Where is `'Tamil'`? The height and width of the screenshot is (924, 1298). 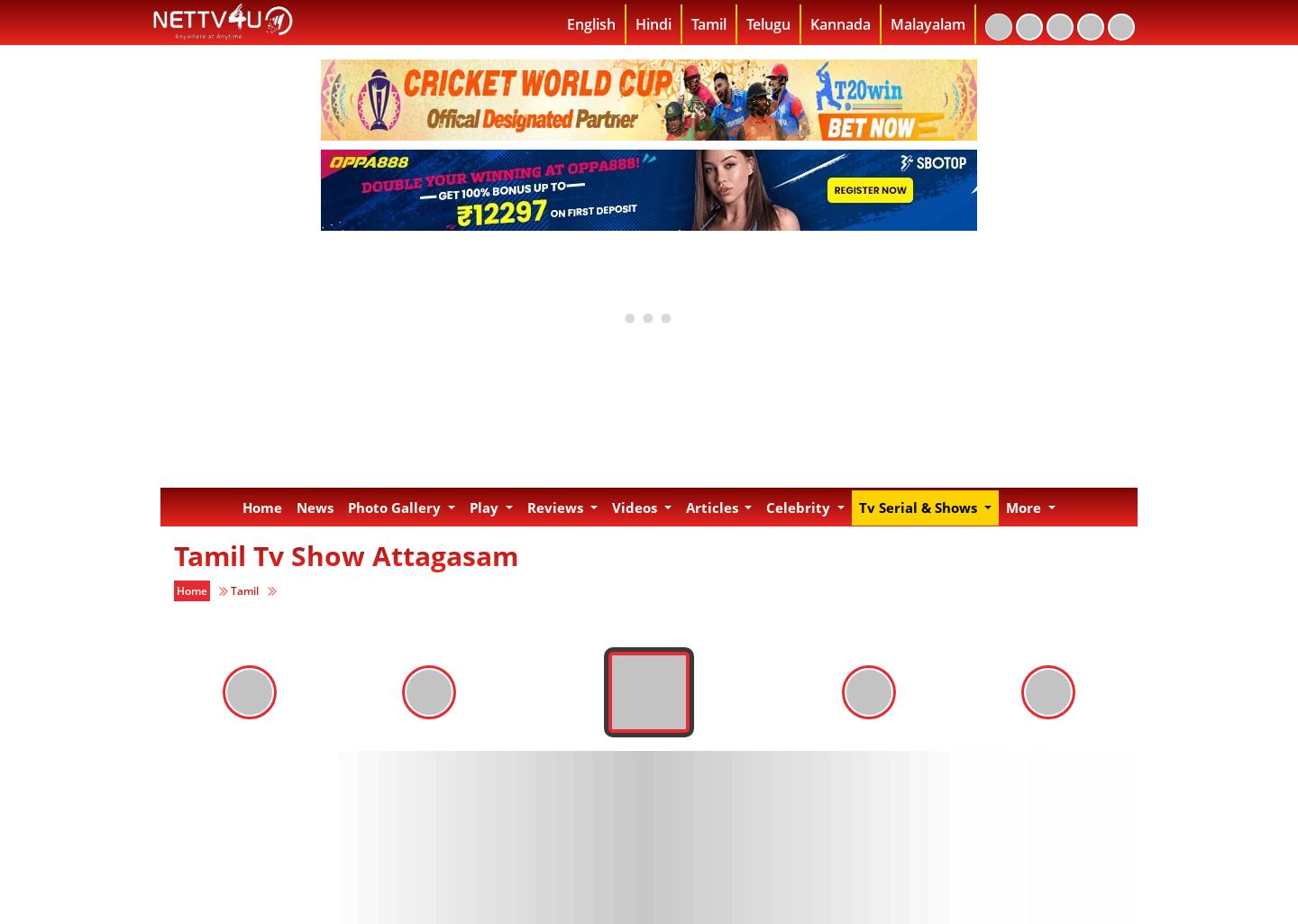
'Tamil' is located at coordinates (243, 590).